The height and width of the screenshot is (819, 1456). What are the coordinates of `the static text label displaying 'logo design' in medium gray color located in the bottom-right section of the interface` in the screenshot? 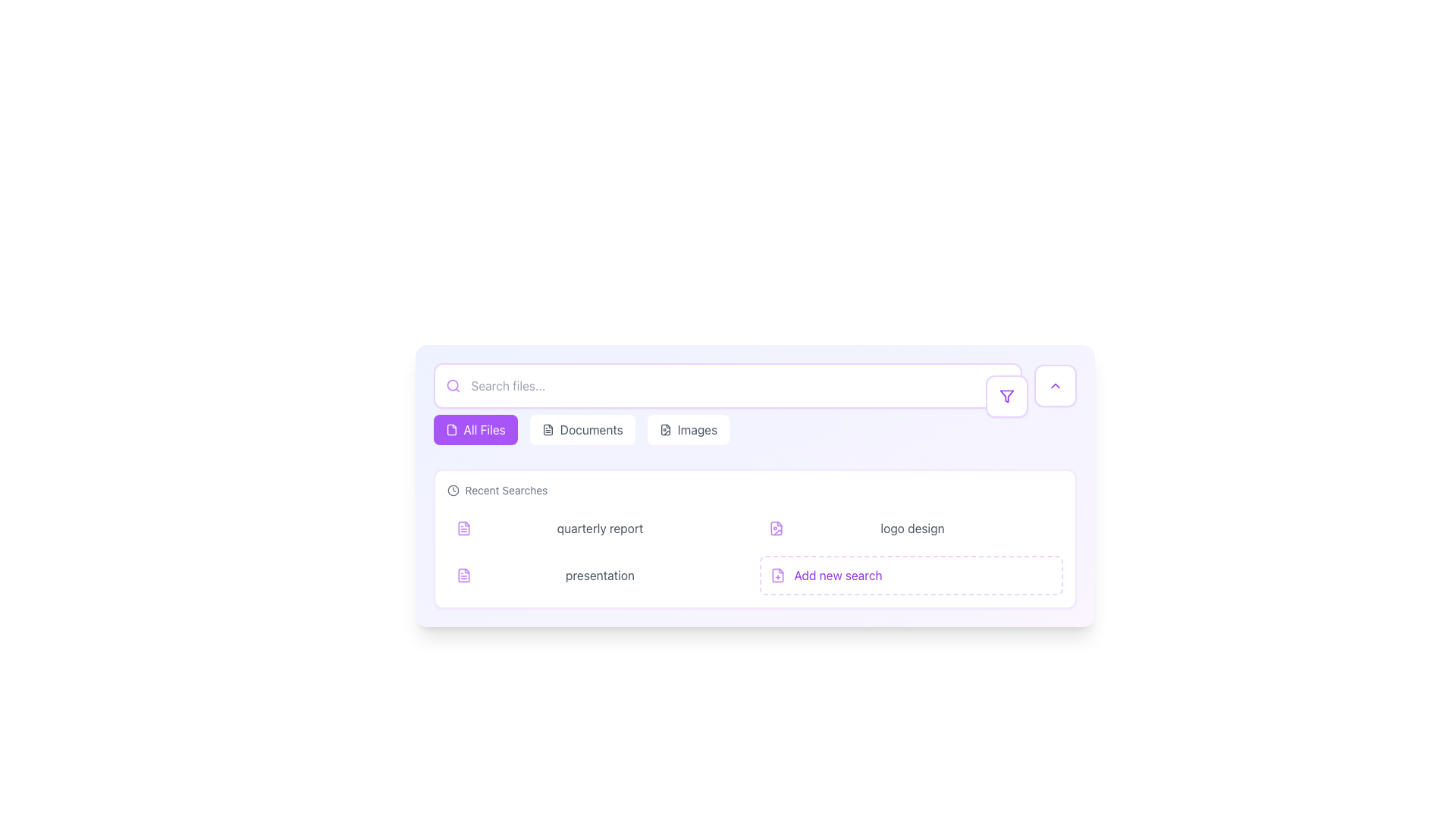 It's located at (912, 528).